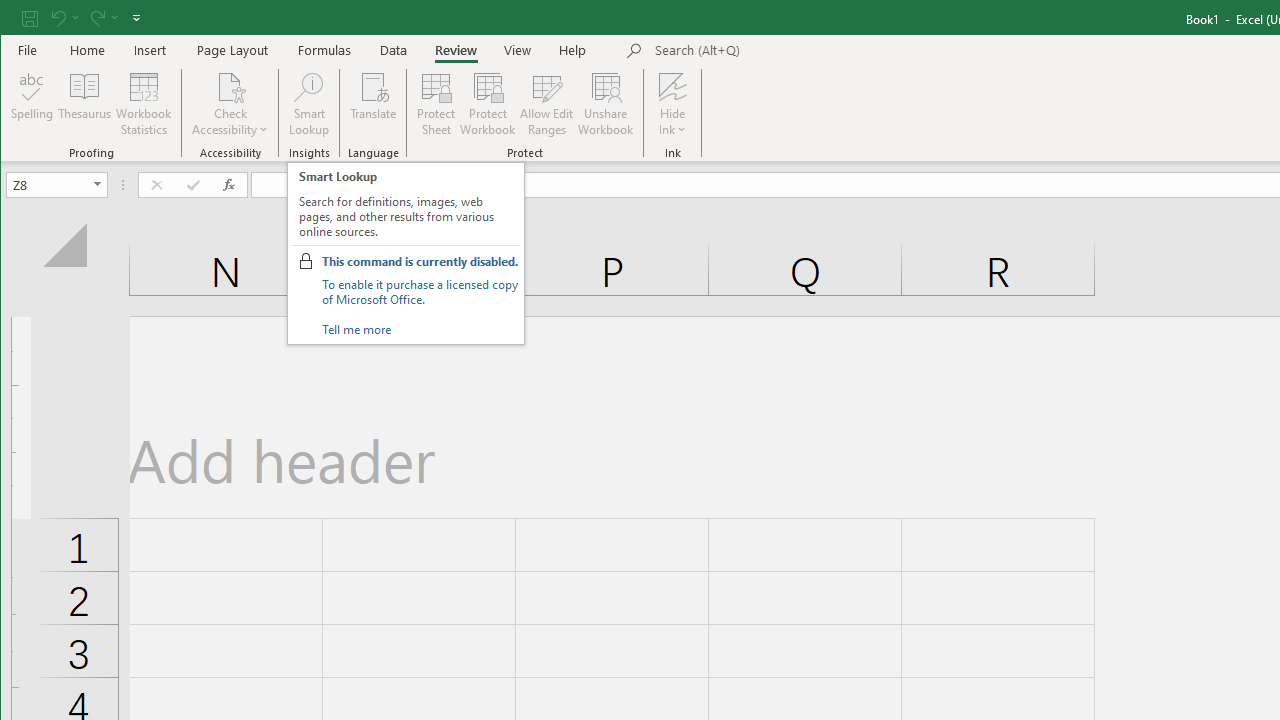 This screenshot has height=720, width=1280. What do you see at coordinates (547, 104) in the screenshot?
I see `'Allow Edit Ranges'` at bounding box center [547, 104].